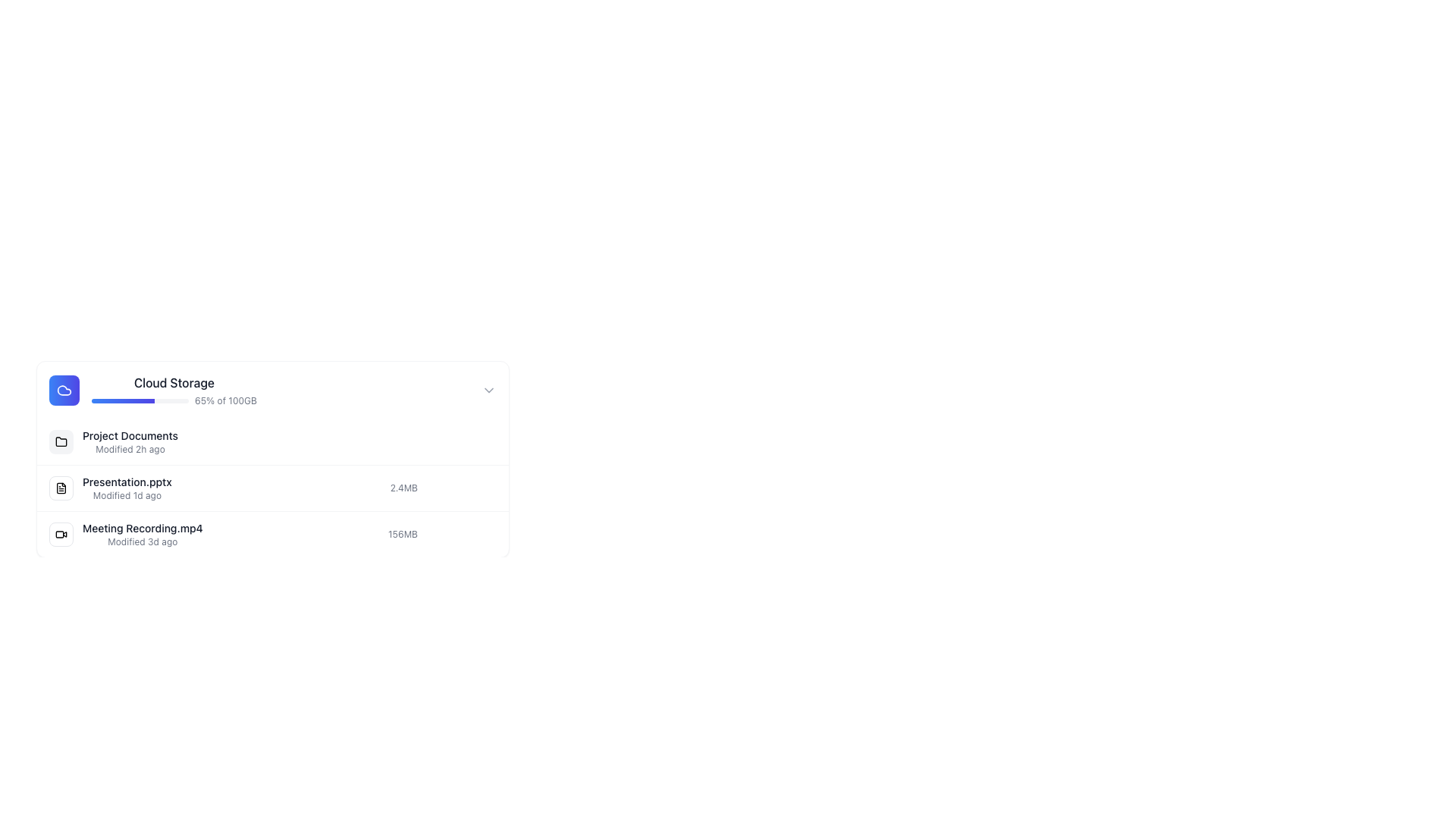  I want to click on the document icon representing 'Presentation.pptx', so click(61, 488).